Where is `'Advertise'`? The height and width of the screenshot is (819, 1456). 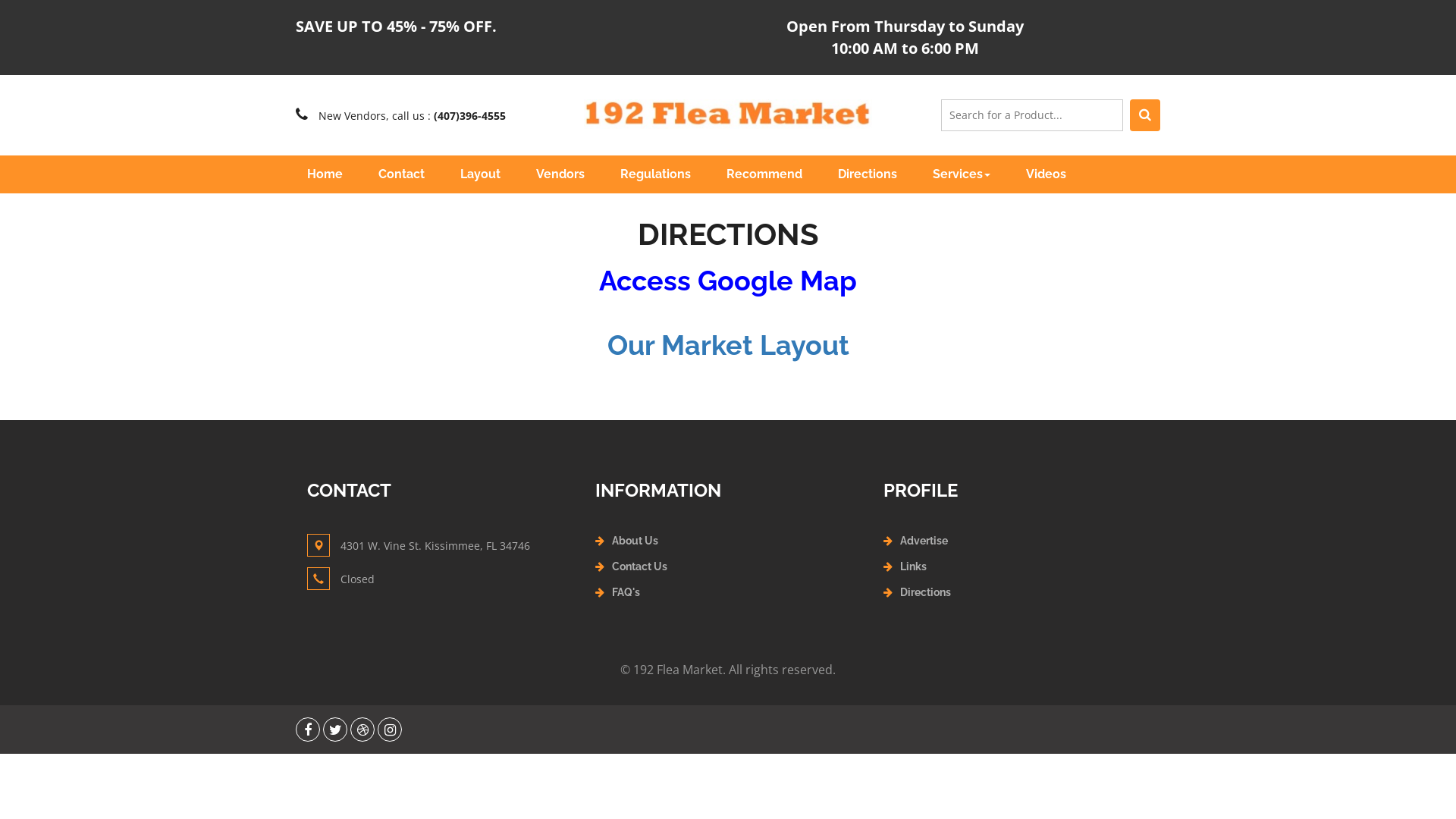 'Advertise' is located at coordinates (923, 540).